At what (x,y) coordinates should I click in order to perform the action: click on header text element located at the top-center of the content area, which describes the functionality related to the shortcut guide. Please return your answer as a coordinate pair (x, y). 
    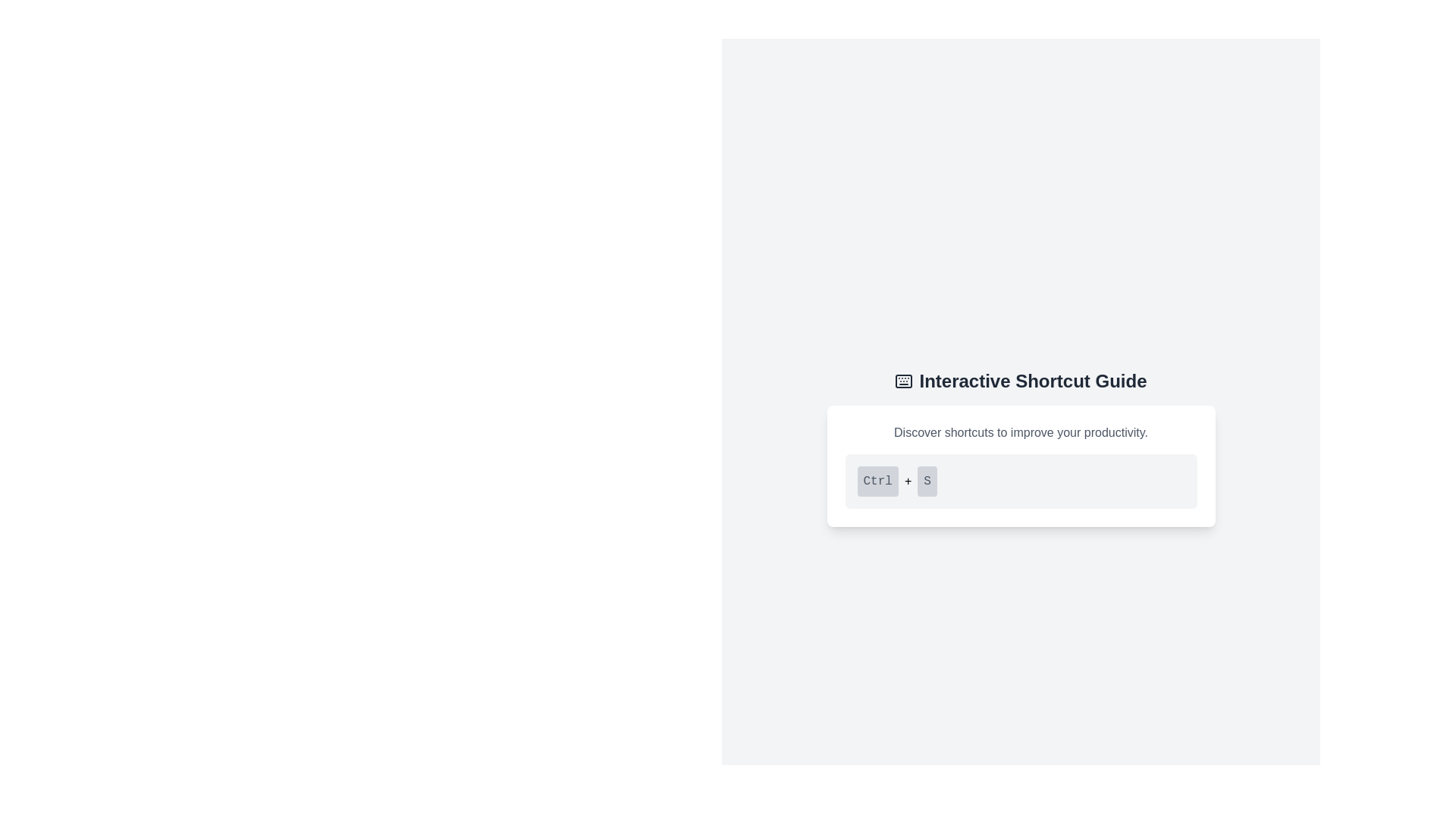
    Looking at the image, I should click on (1021, 380).